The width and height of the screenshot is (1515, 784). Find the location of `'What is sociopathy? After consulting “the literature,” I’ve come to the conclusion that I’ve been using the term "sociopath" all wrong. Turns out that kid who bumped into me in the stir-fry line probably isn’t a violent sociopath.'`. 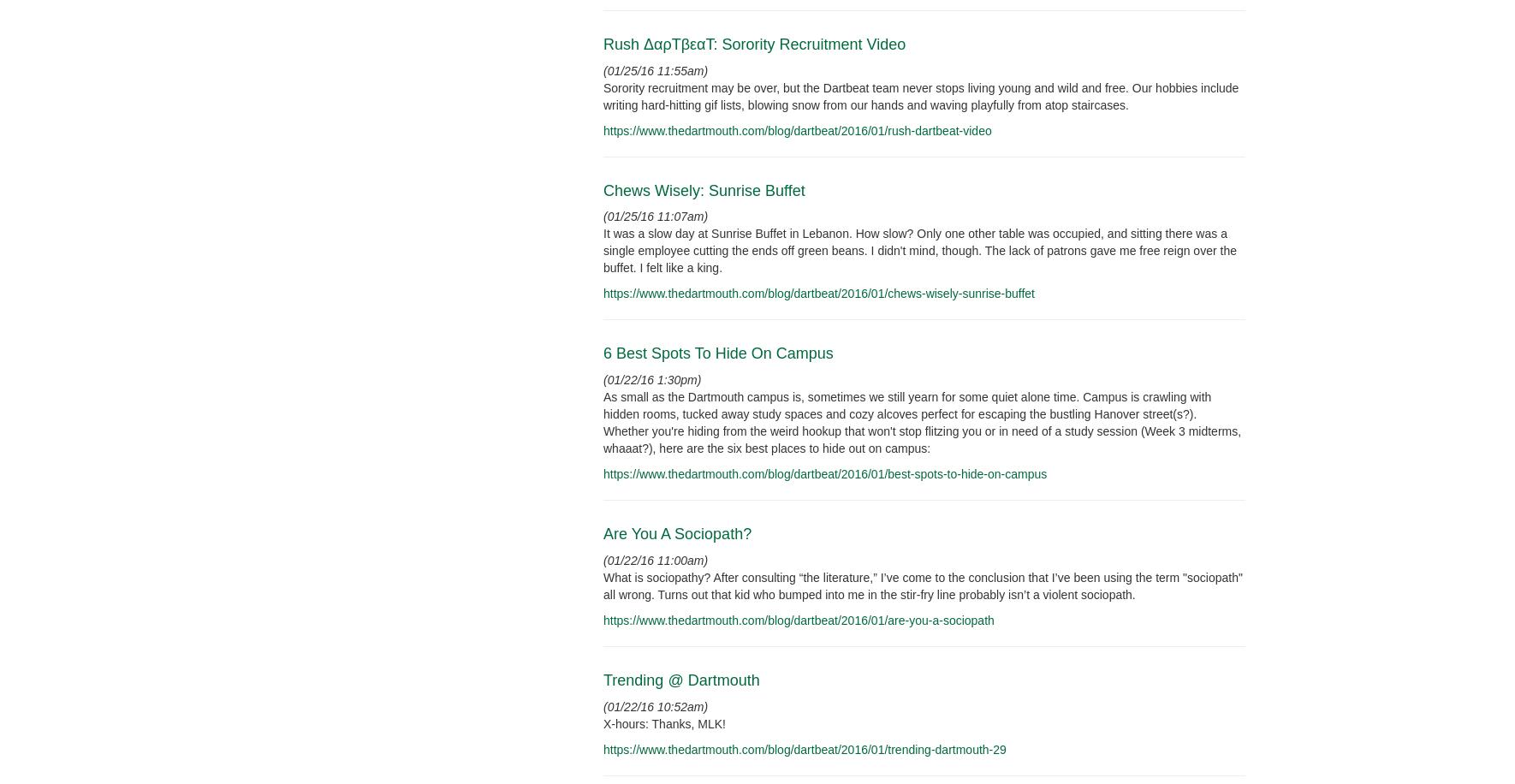

'What is sociopathy? After consulting “the literature,” I’ve come to the conclusion that I’ve been using the term "sociopath" all wrong. Turns out that kid who bumped into me in the stir-fry line probably isn’t a violent sociopath.' is located at coordinates (922, 585).